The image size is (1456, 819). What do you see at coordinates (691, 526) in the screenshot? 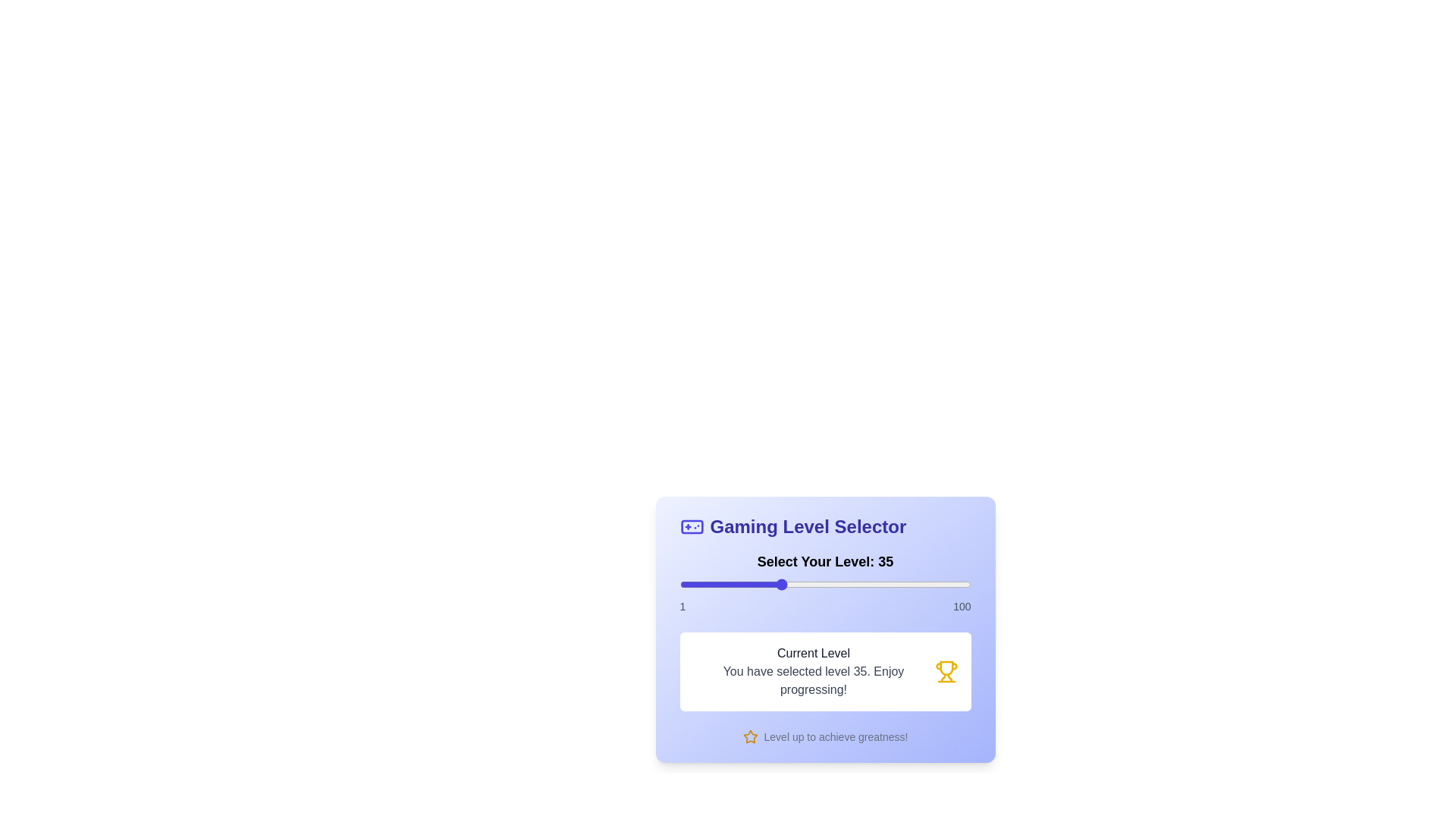
I see `the Decorative icon which is a gaming-themed icon styled with indigo strokes, located to the left of the 'Gaming Level Selector' text in the header section of the card component` at bounding box center [691, 526].